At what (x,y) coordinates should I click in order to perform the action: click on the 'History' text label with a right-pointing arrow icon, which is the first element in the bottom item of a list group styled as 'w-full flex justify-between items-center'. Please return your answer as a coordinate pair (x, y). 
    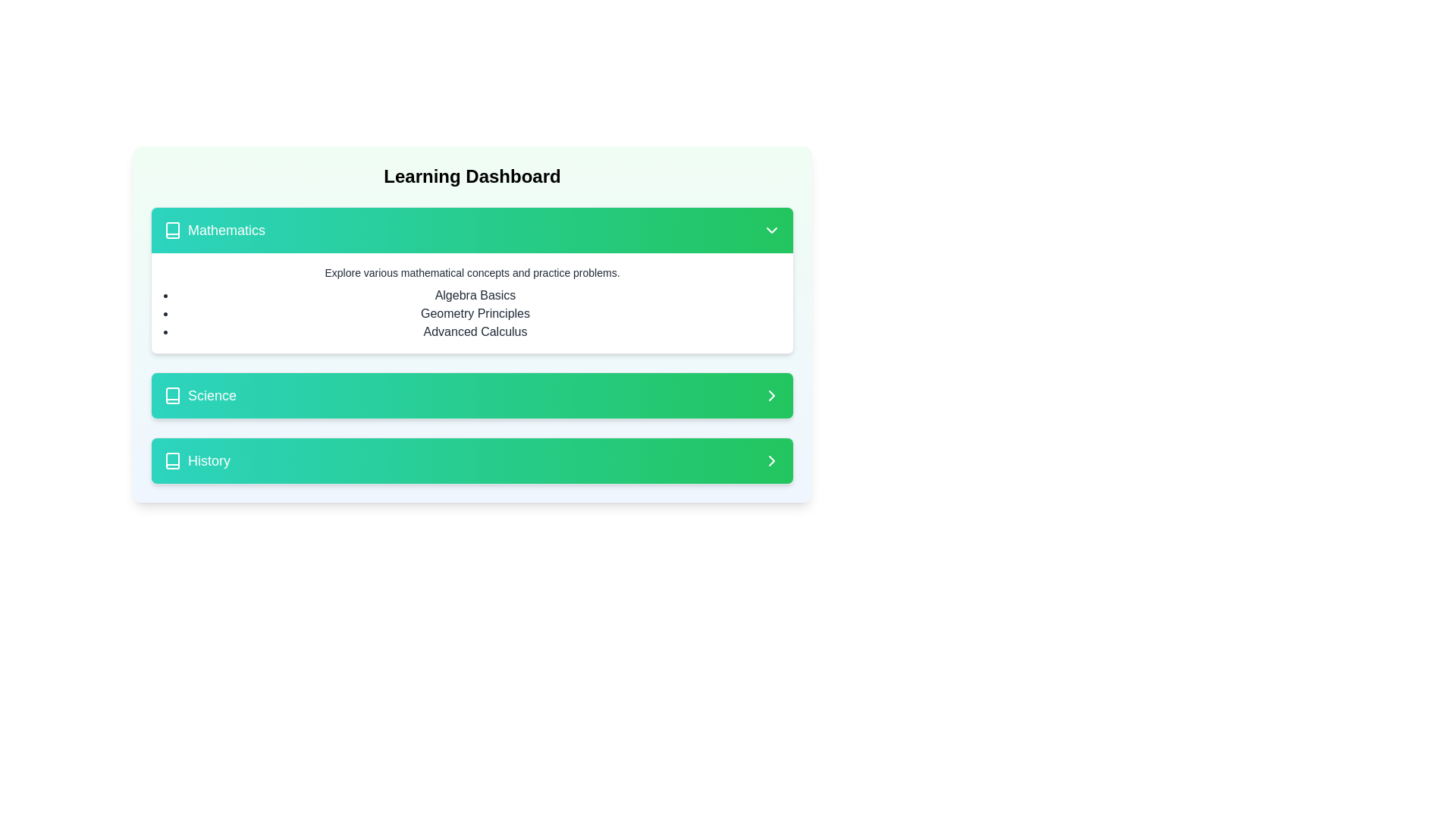
    Looking at the image, I should click on (196, 460).